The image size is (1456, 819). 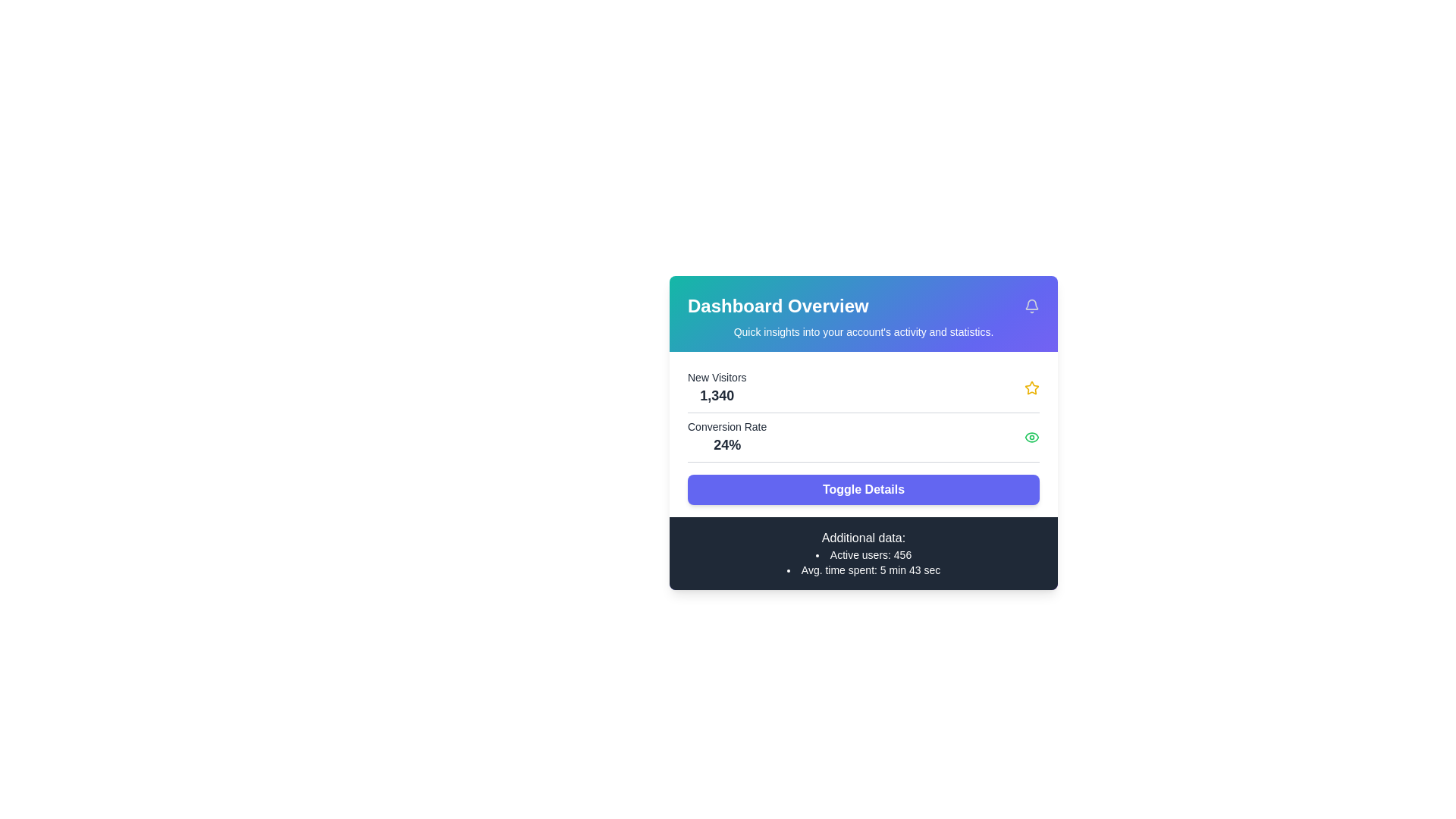 I want to click on the eye icon indicating visibility for the Conversion Rate metric, located at the far-right of the Conversion Rate section, so click(x=1031, y=438).